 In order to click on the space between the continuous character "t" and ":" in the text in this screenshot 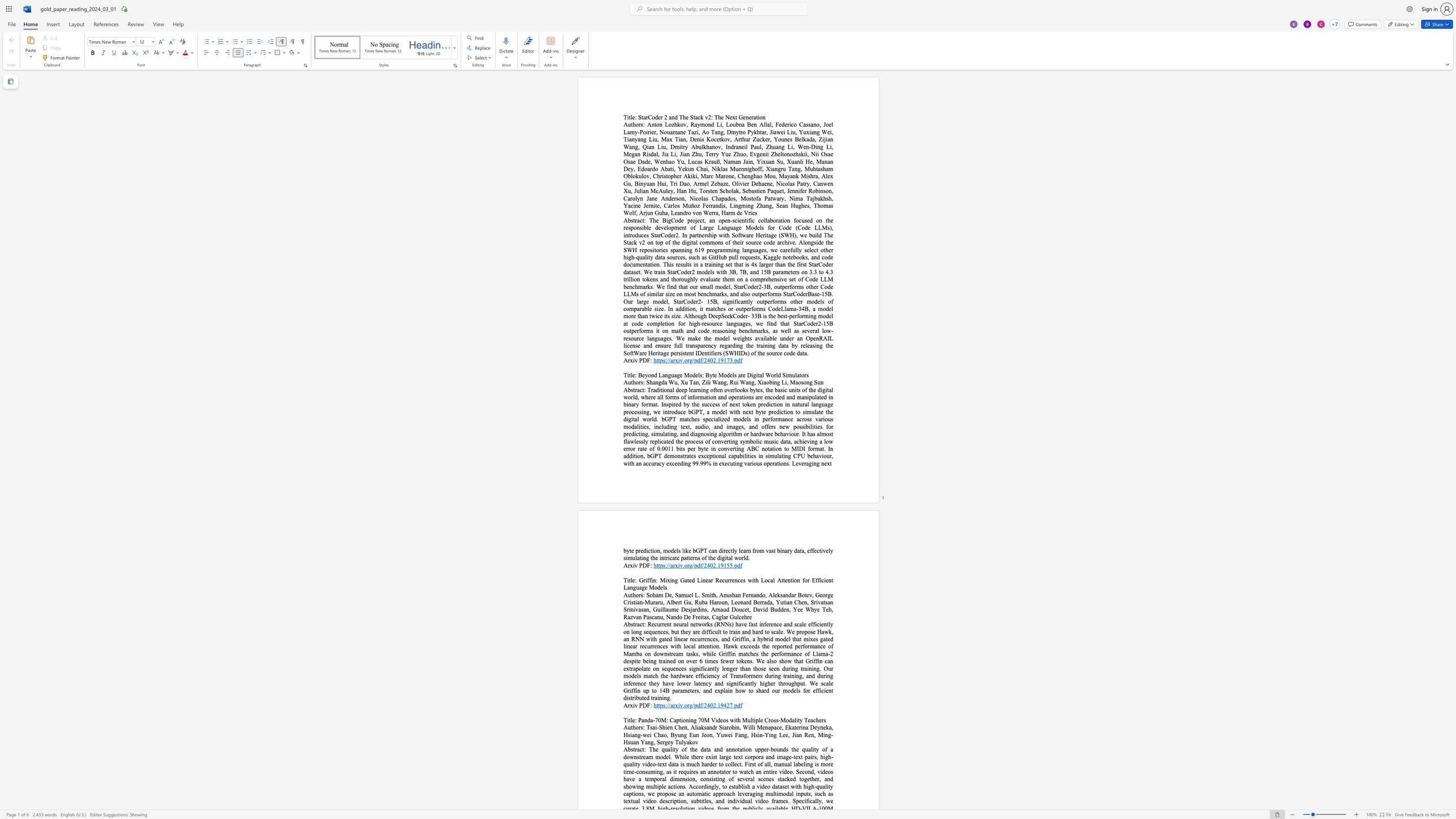, I will do `click(643, 623)`.